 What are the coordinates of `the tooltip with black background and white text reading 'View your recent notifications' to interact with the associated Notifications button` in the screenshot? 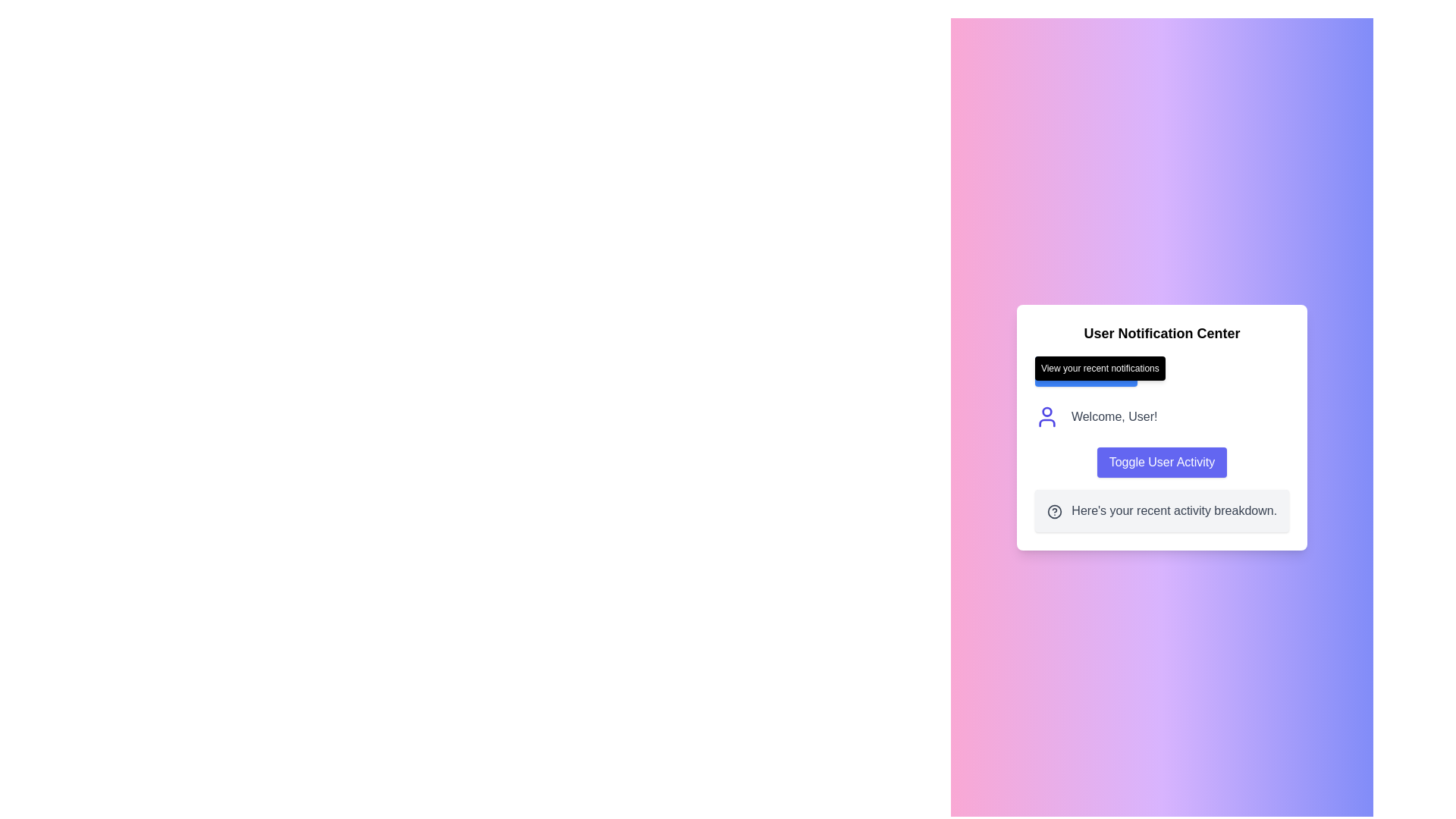 It's located at (1161, 371).